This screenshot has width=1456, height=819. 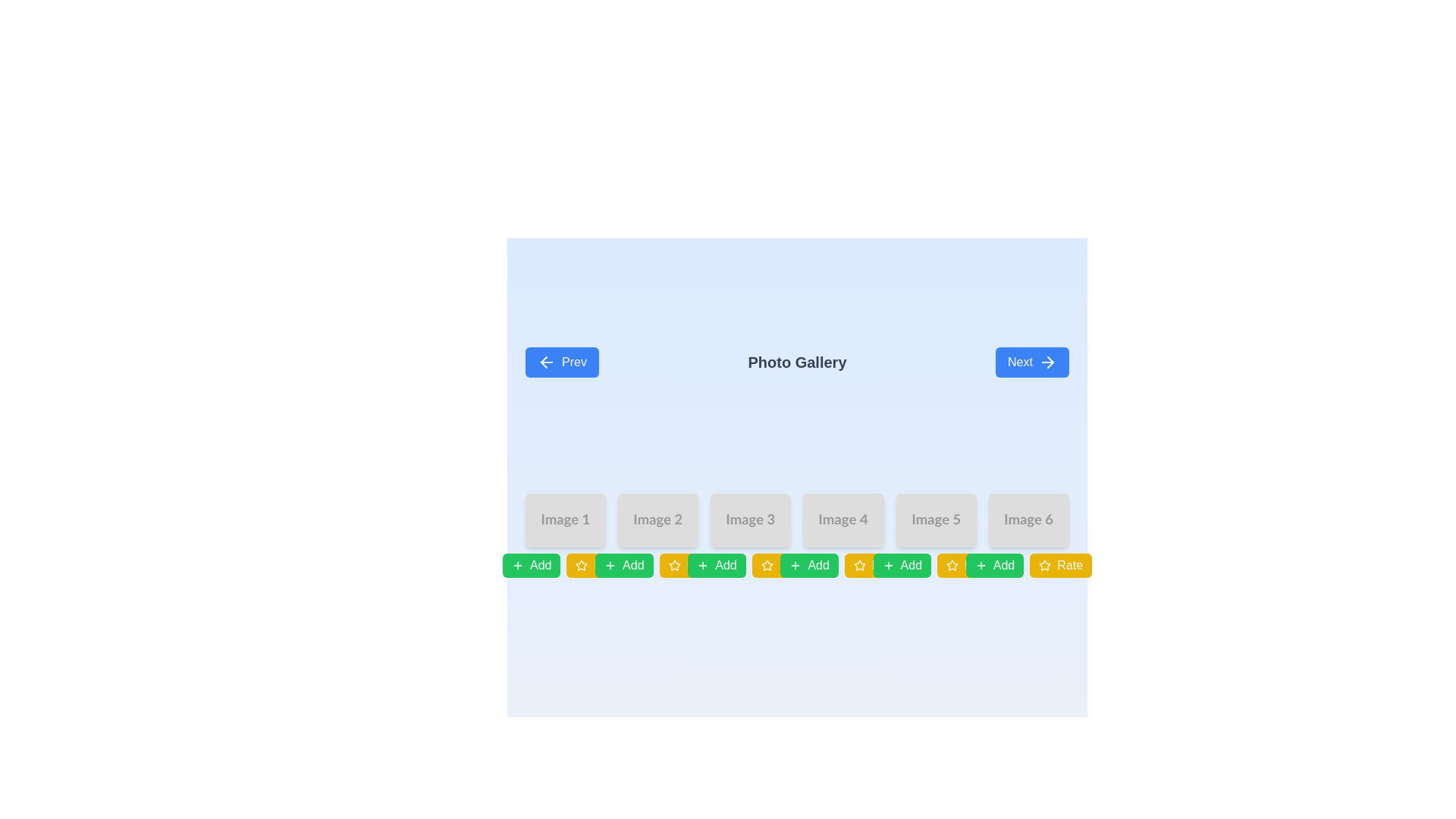 I want to click on the seventh 'Add' button located directly beneath the sixth image thumbnail, so click(x=1004, y=565).